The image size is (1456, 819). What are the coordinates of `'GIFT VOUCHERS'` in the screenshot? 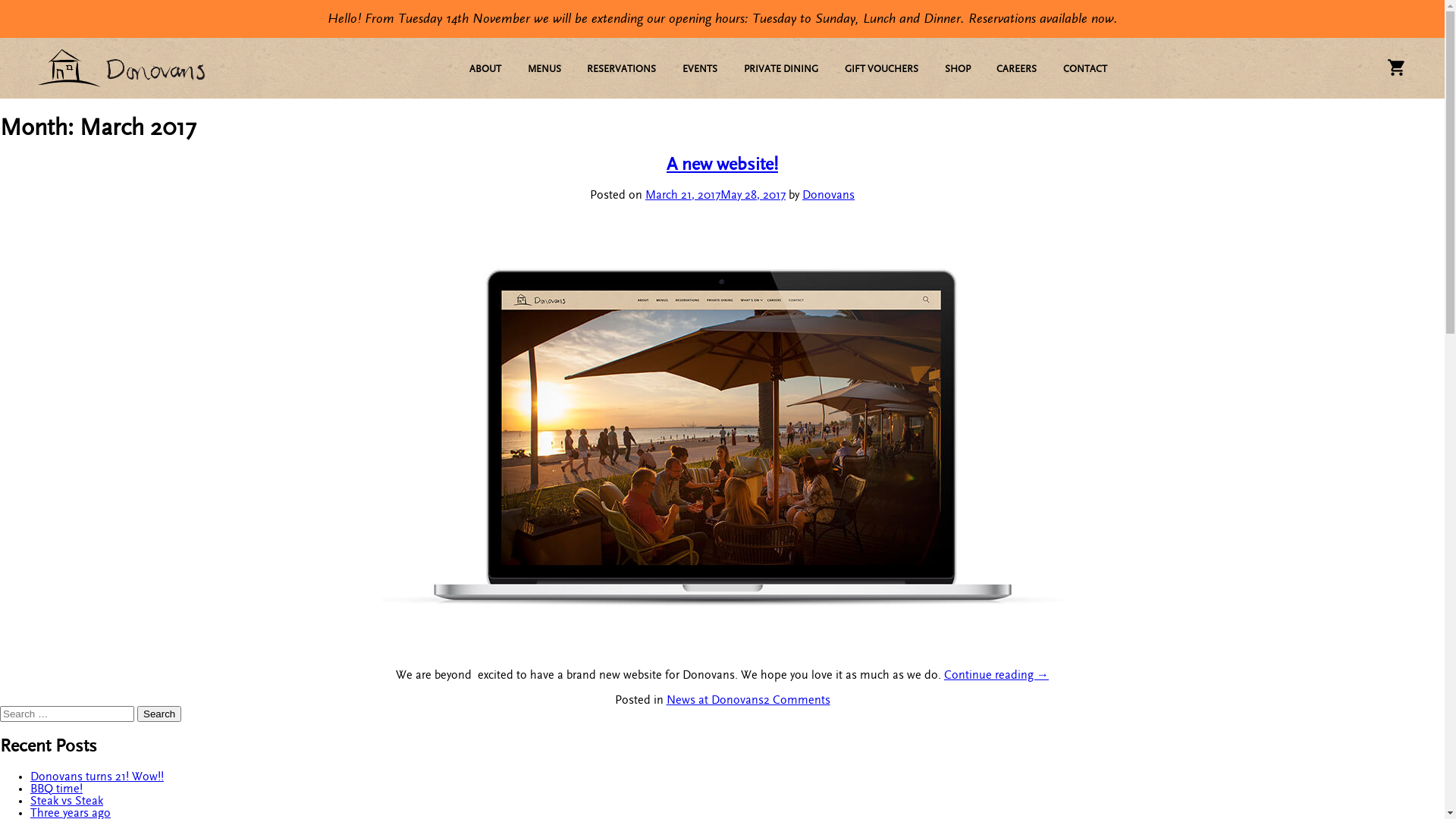 It's located at (881, 69).